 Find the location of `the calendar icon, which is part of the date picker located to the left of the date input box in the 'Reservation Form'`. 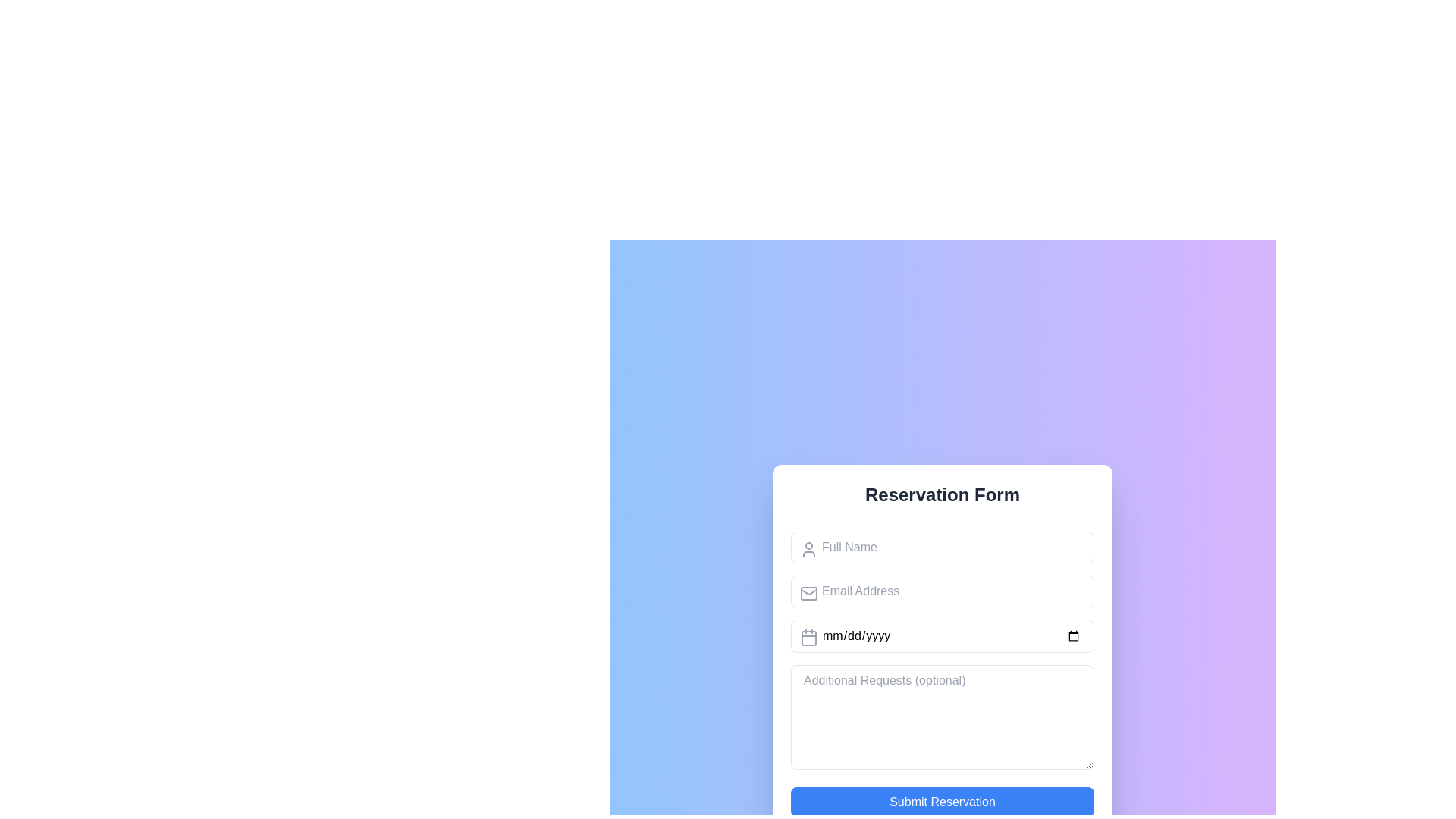

the calendar icon, which is part of the date picker located to the left of the date input box in the 'Reservation Form' is located at coordinates (808, 637).